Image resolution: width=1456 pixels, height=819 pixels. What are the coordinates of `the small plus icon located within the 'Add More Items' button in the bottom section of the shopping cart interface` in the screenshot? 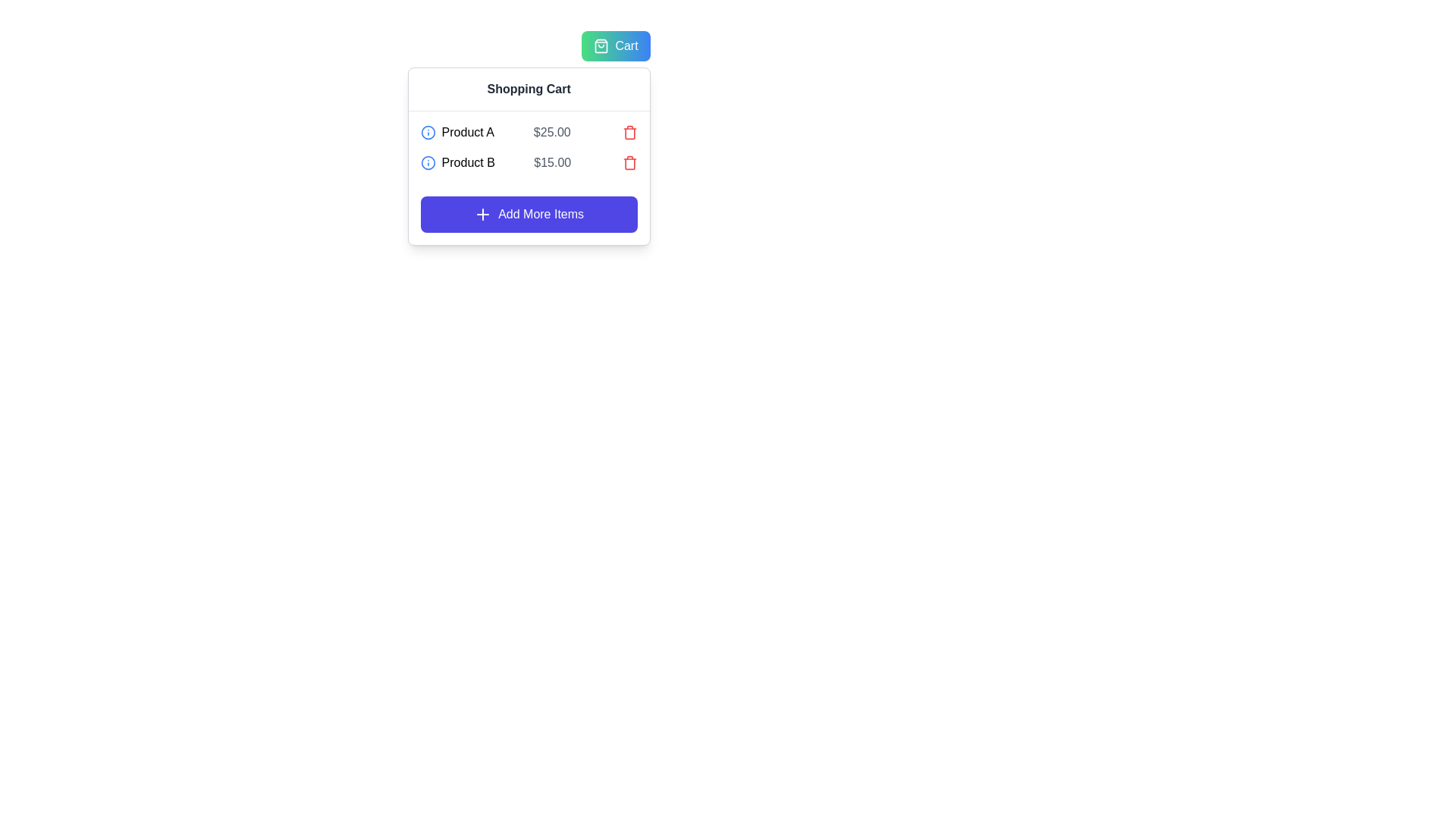 It's located at (482, 214).